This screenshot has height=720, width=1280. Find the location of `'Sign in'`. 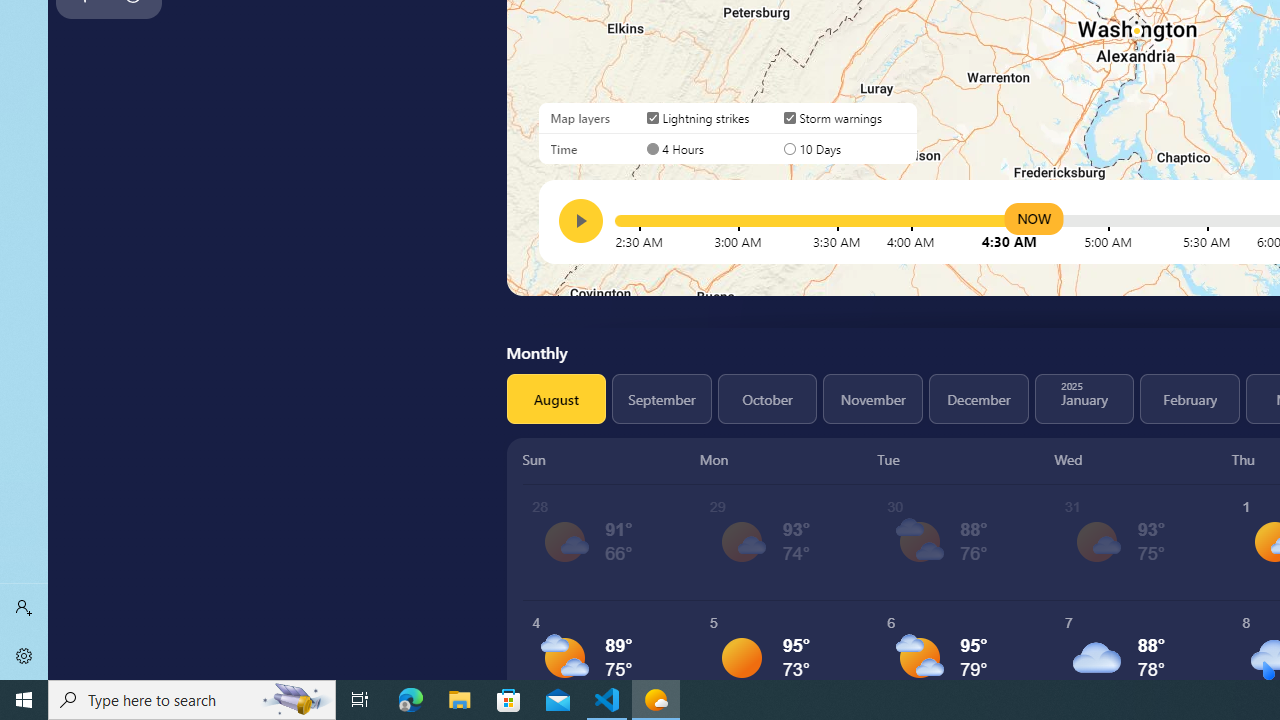

'Sign in' is located at coordinates (24, 607).